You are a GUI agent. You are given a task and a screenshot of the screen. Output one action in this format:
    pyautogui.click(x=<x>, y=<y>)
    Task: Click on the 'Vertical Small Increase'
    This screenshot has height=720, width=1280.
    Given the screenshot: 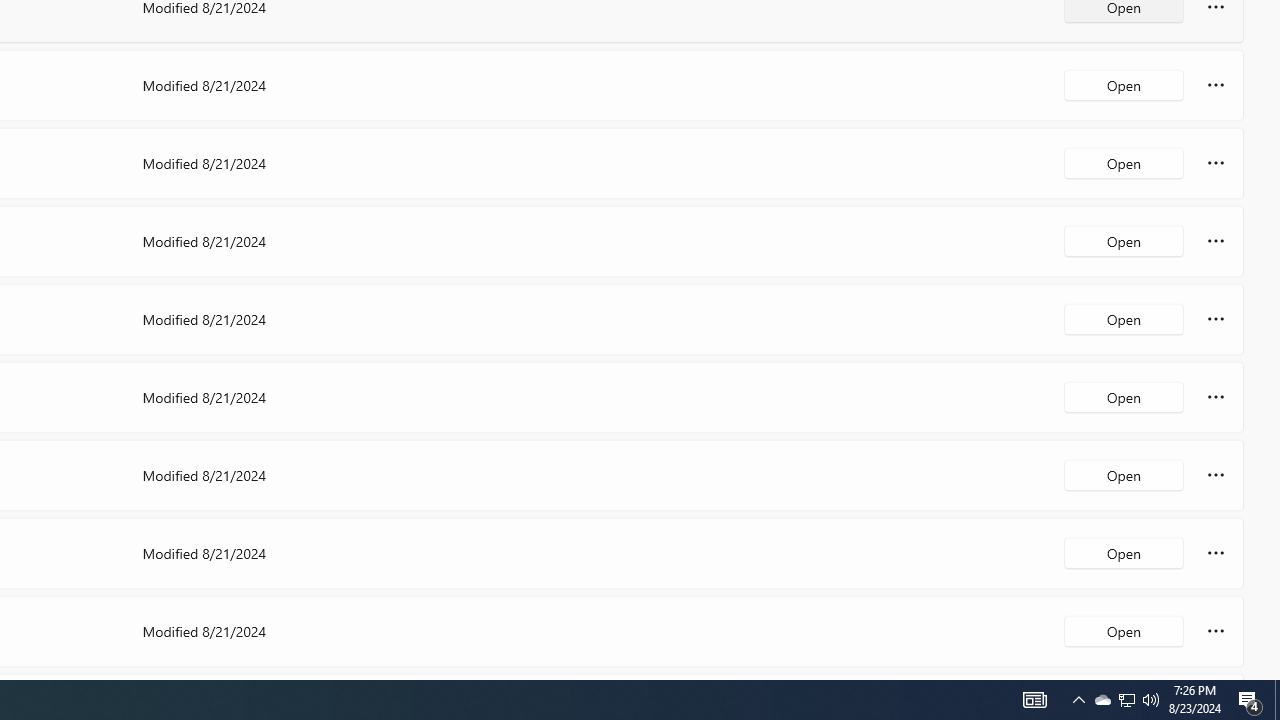 What is the action you would take?
    pyautogui.click(x=1271, y=672)
    